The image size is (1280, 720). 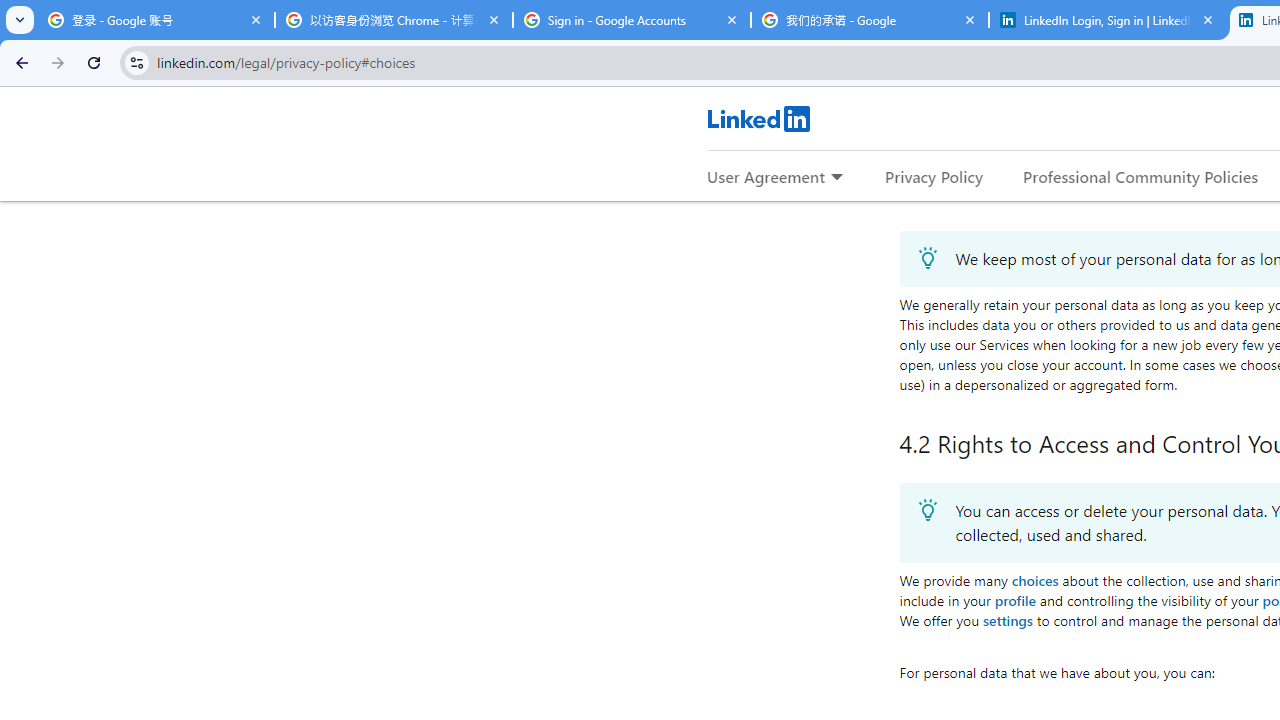 What do you see at coordinates (836, 177) in the screenshot?
I see `'Expand to show more links for User Agreement'` at bounding box center [836, 177].